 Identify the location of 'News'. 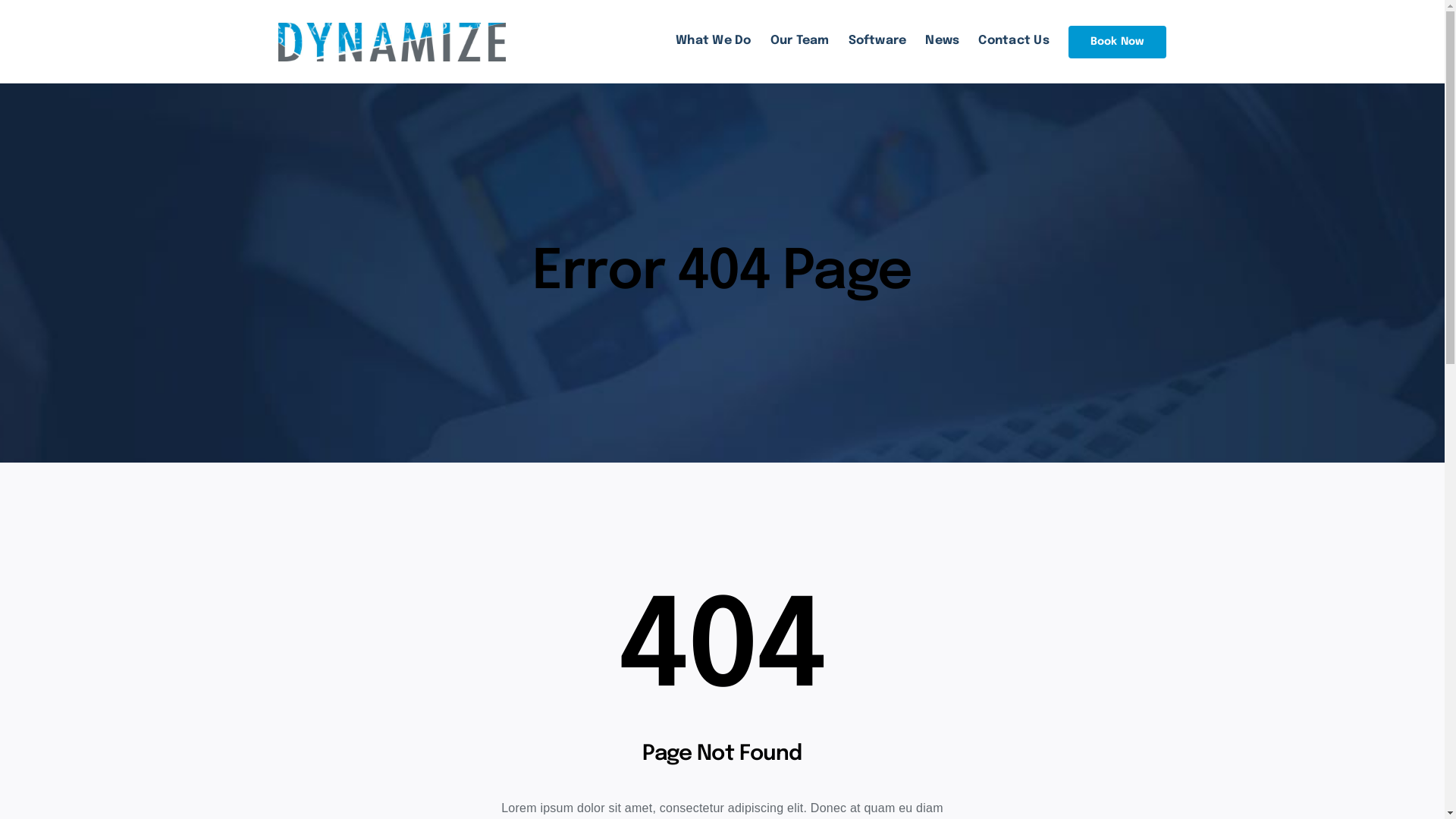
(941, 40).